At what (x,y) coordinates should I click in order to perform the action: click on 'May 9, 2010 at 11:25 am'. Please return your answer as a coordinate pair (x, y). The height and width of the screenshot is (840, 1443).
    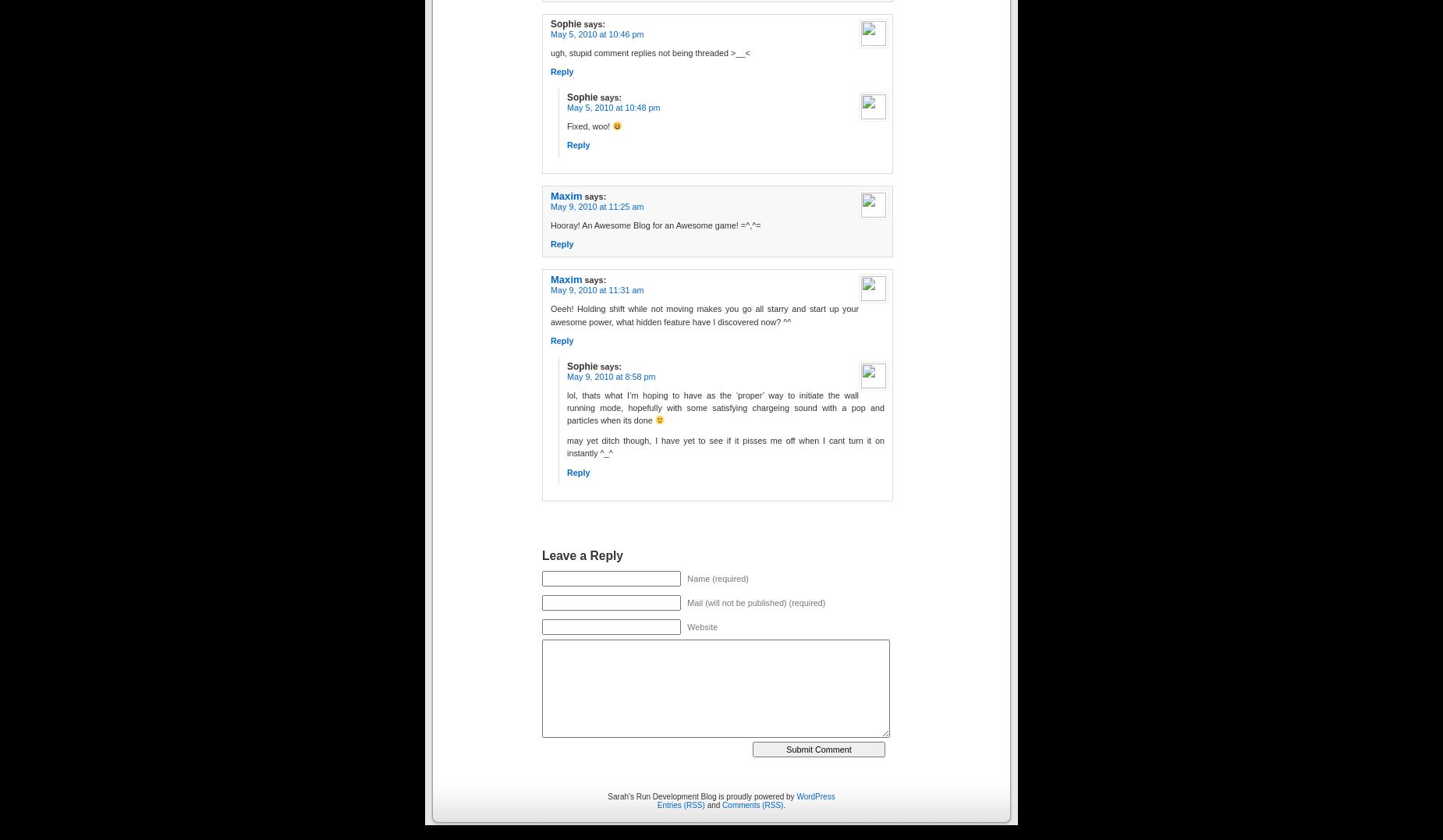
    Looking at the image, I should click on (597, 206).